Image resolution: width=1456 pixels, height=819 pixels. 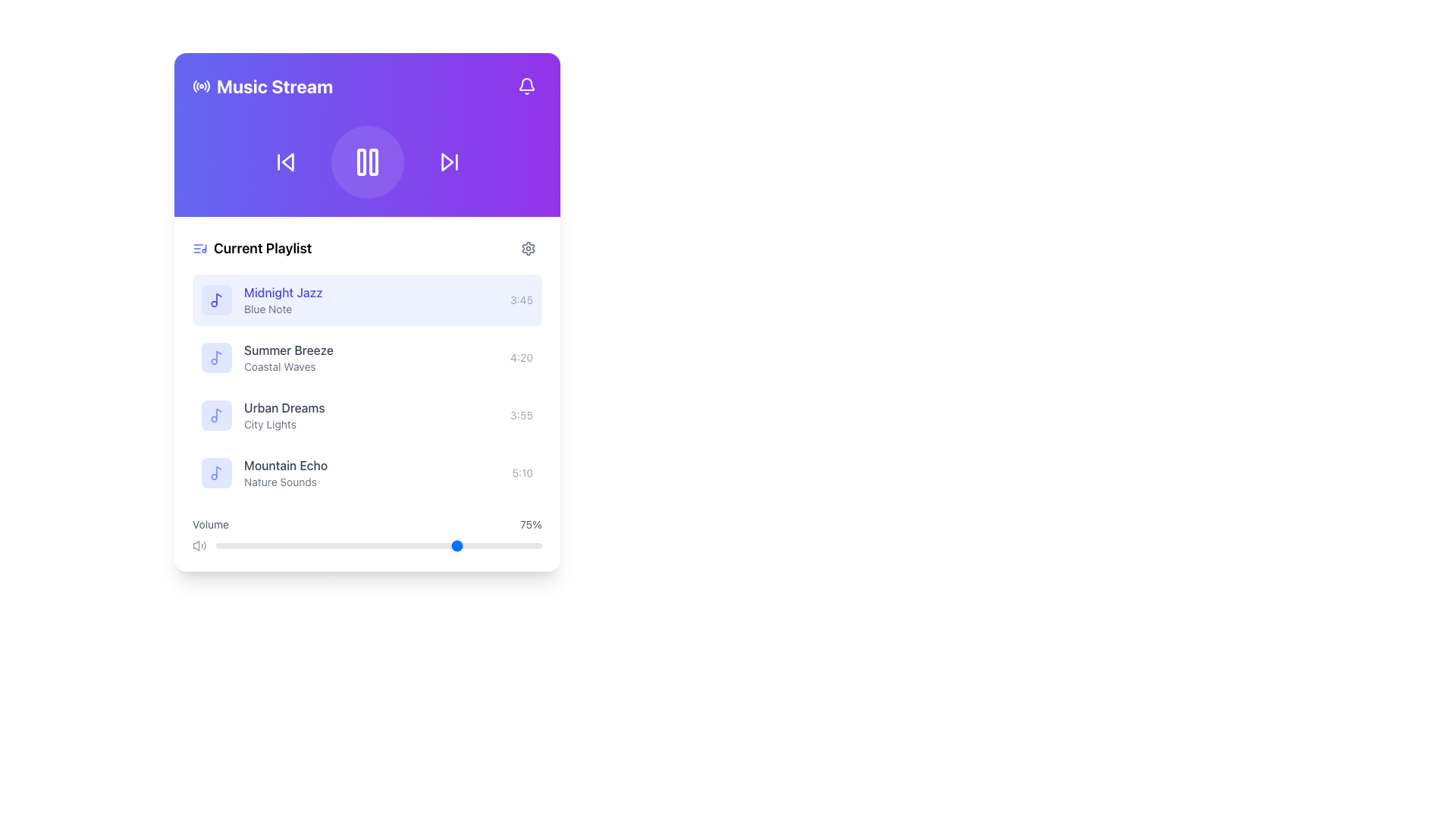 What do you see at coordinates (367, 357) in the screenshot?
I see `the interactive list item labeled 'Summer Breeze' in the 'Current Playlist' section` at bounding box center [367, 357].